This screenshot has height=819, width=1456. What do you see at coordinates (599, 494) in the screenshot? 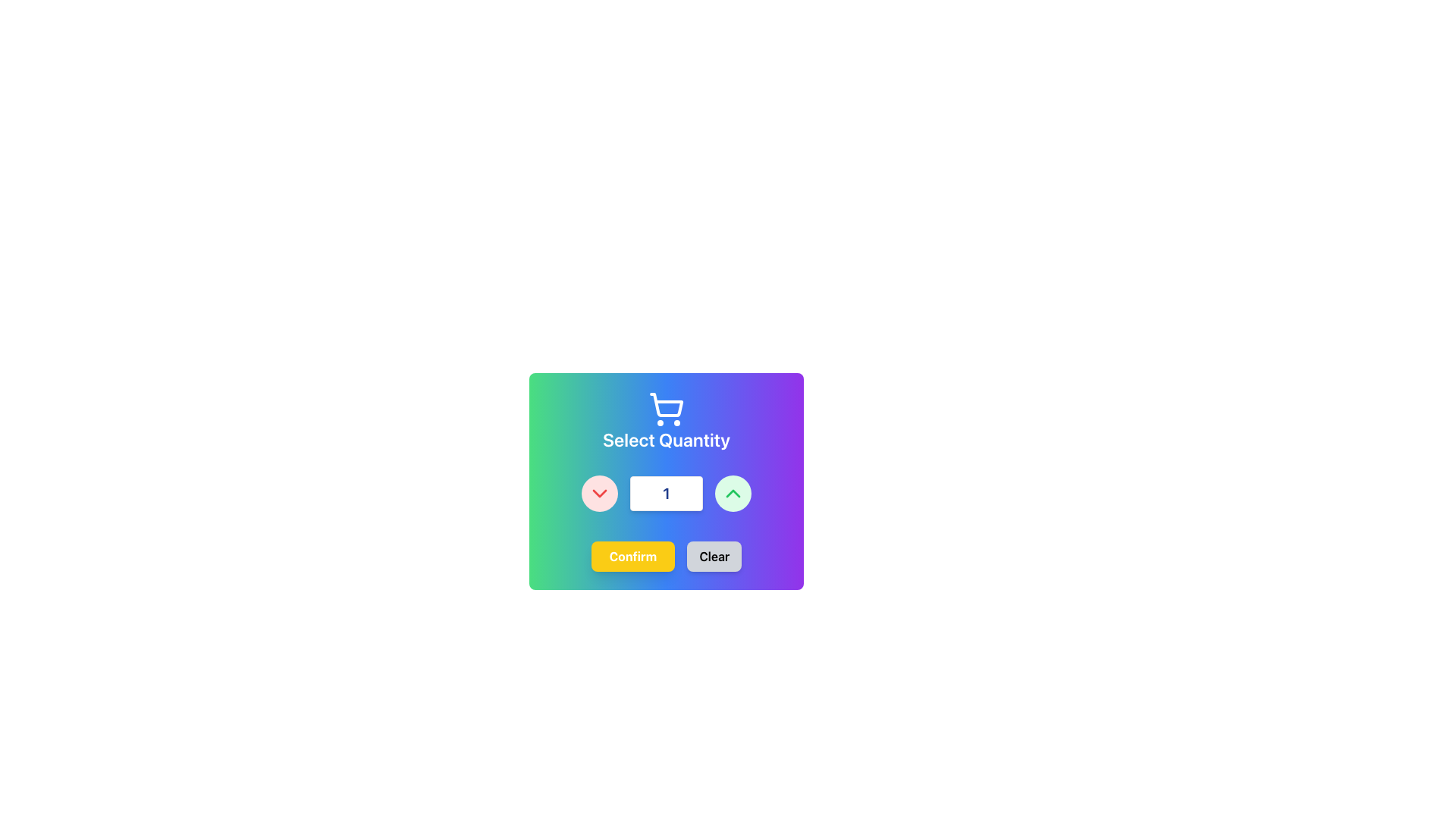
I see `the Chevron-Down icon located in the lower-left portion of the UI card inside a circular red button` at bounding box center [599, 494].